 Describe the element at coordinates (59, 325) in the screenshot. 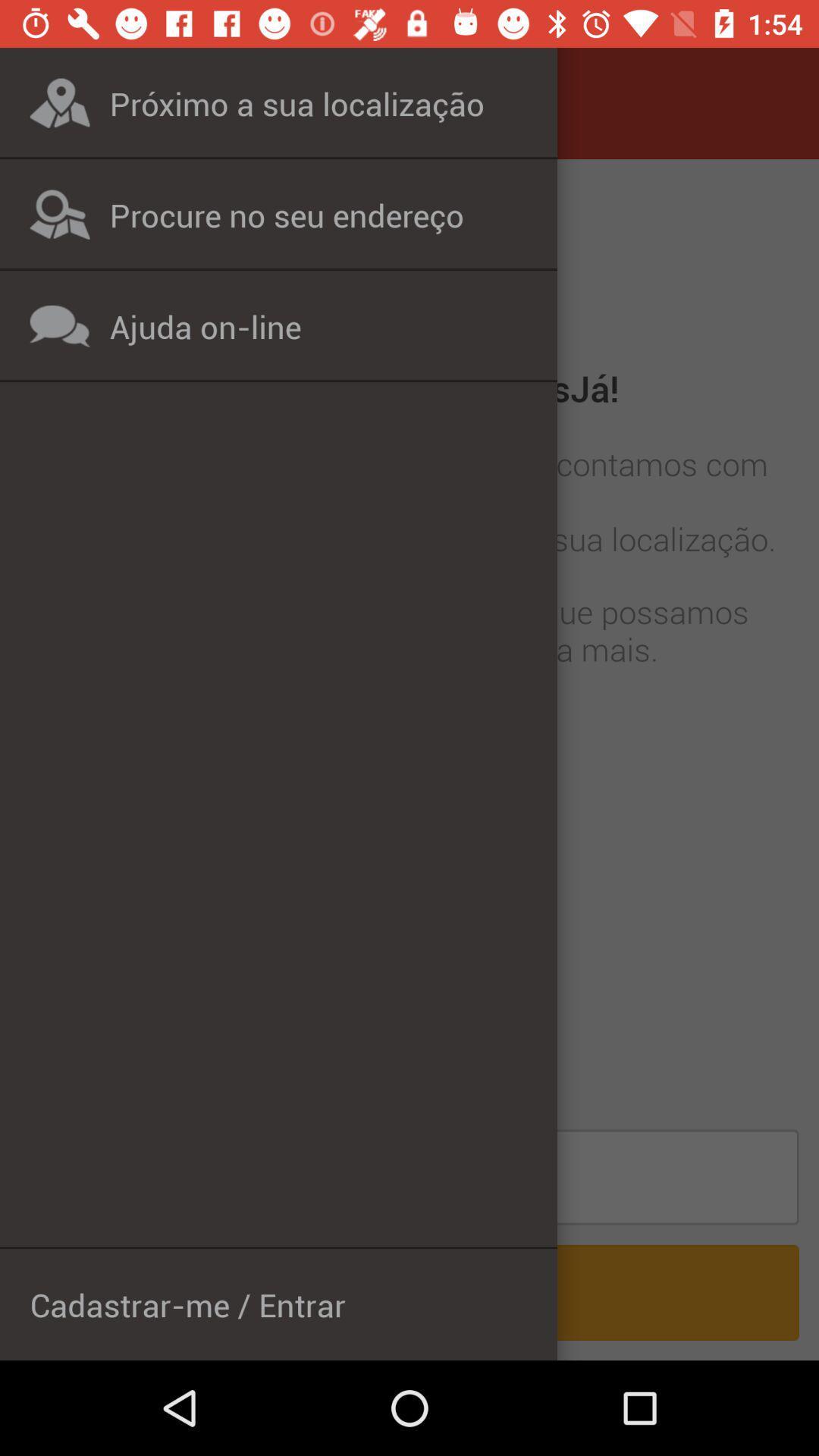

I see `the  messages image icon before ajuda online text` at that location.